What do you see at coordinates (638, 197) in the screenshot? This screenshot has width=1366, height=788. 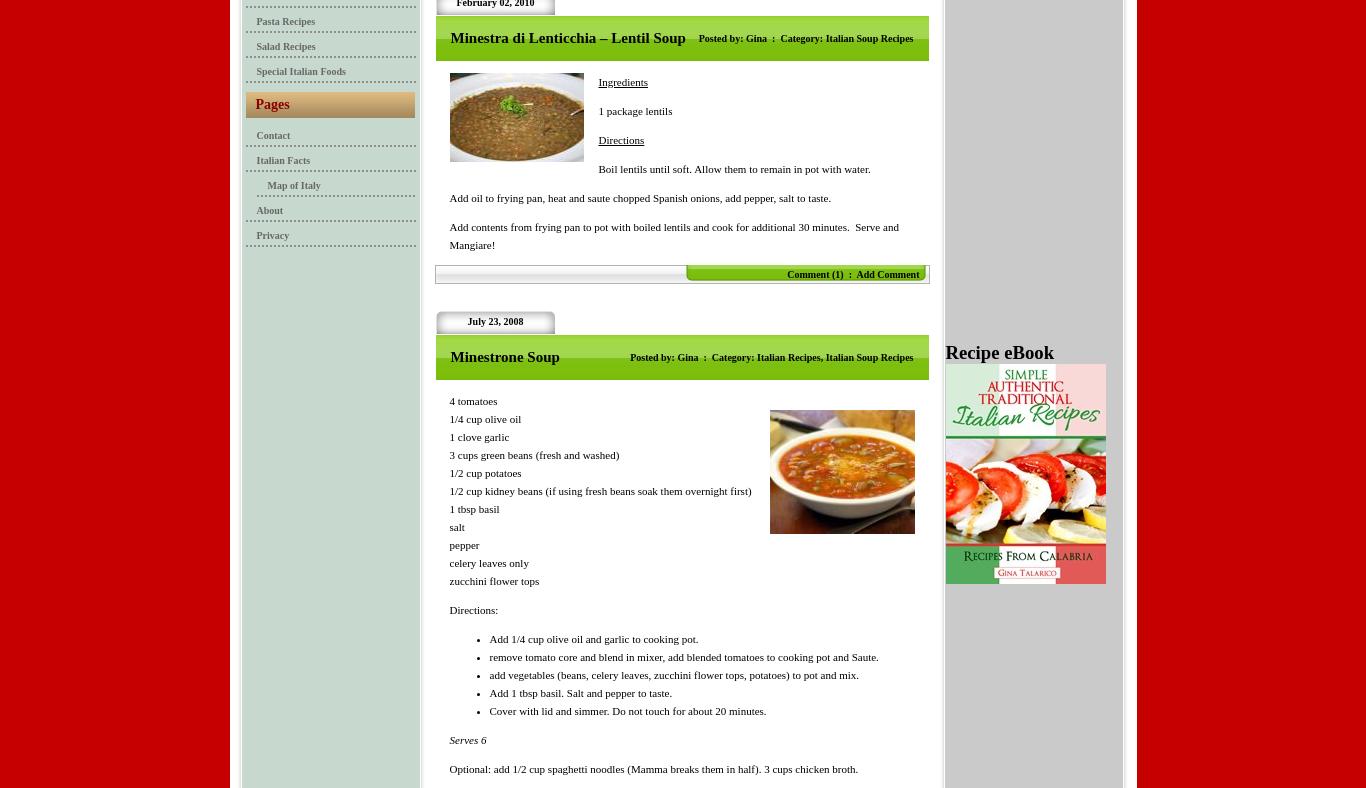 I see `'Add oil to frying pan, heat and saute chopped Spanish onions, add pepper, salt to taste.'` at bounding box center [638, 197].